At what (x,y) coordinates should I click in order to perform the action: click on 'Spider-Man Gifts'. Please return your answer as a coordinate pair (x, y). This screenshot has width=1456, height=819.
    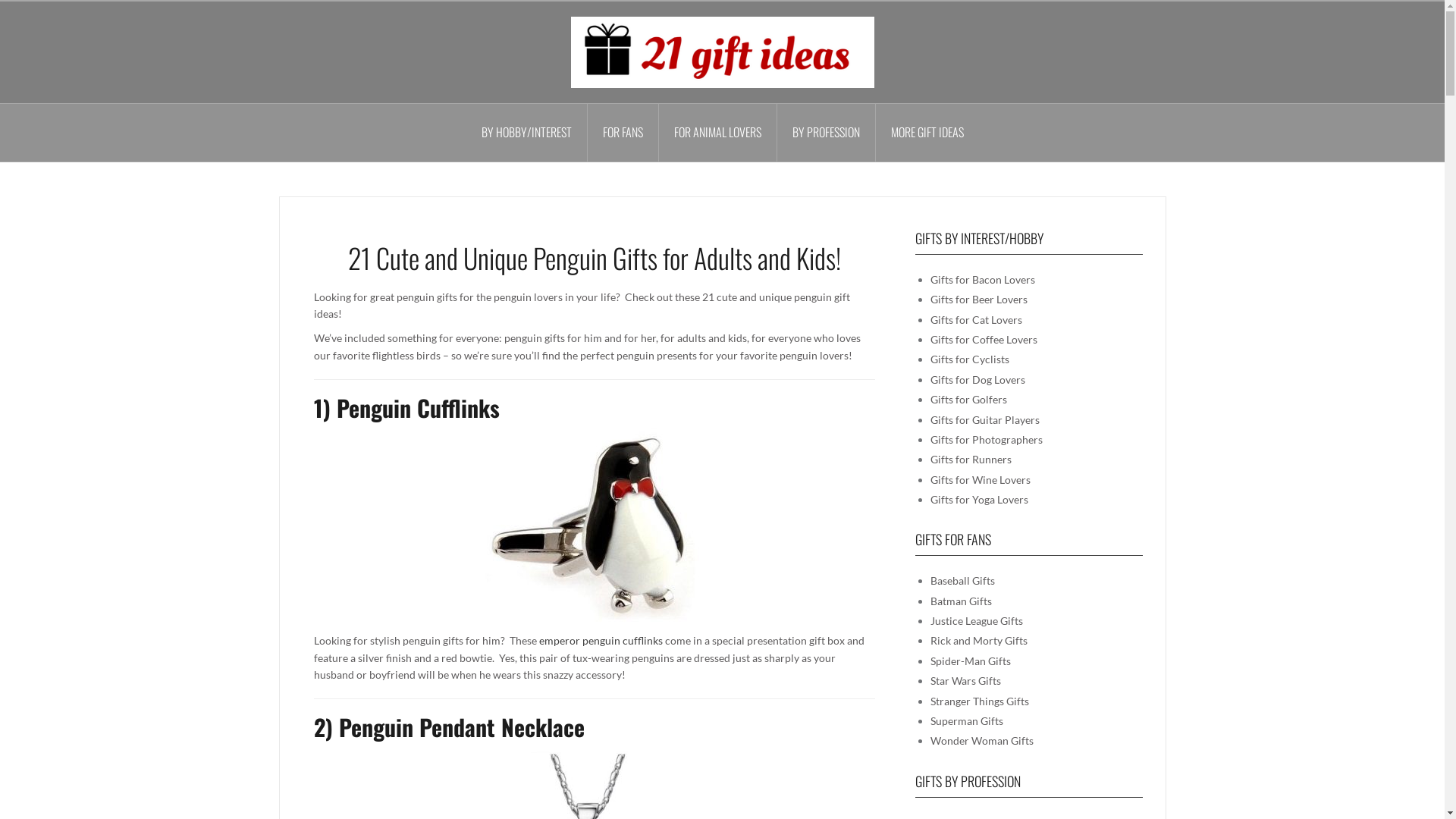
    Looking at the image, I should click on (968, 660).